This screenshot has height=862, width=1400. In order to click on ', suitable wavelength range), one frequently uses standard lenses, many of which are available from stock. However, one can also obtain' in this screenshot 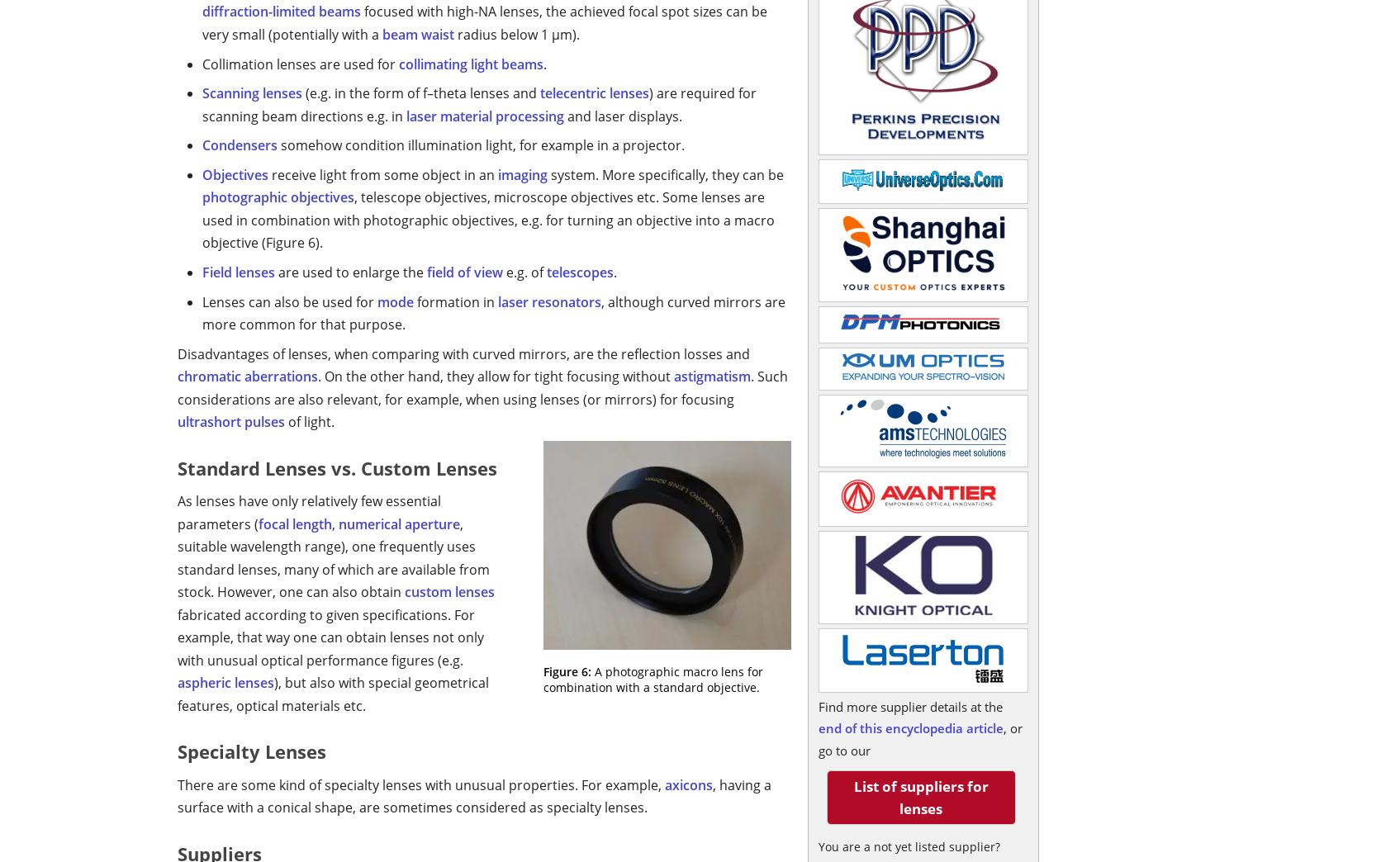, I will do `click(333, 557)`.